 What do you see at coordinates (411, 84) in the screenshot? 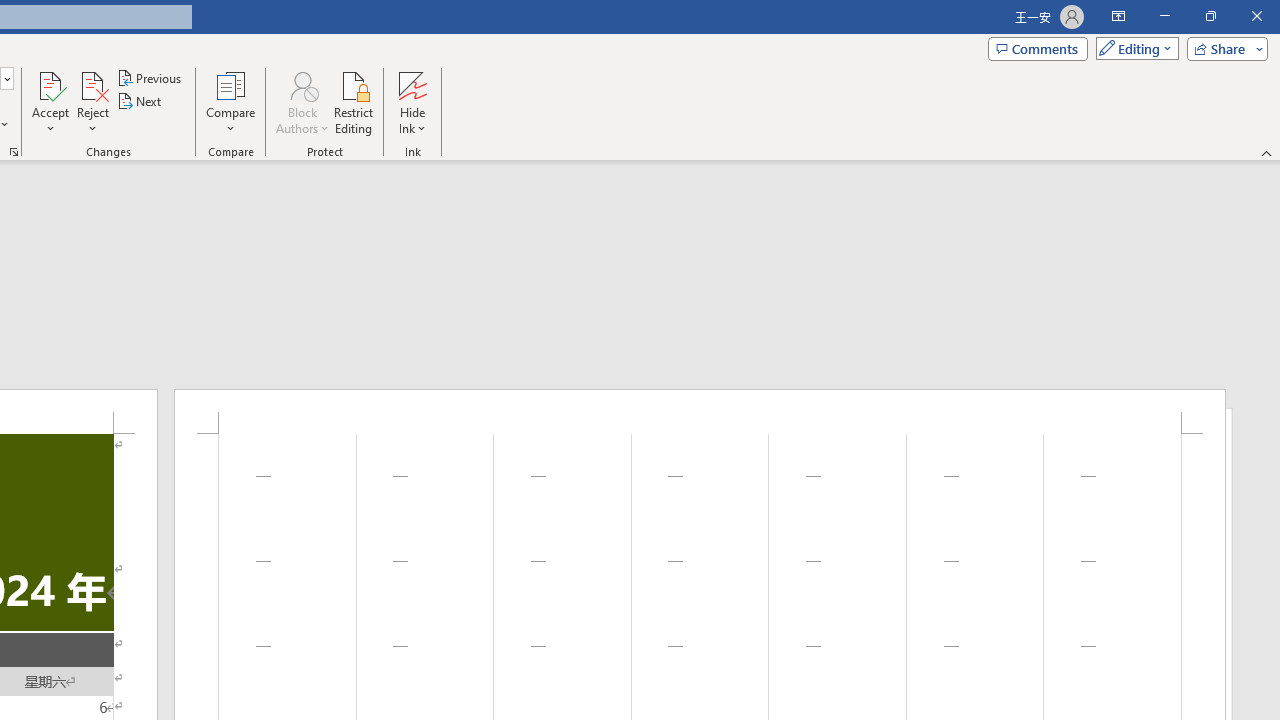
I see `'Hide Ink'` at bounding box center [411, 84].